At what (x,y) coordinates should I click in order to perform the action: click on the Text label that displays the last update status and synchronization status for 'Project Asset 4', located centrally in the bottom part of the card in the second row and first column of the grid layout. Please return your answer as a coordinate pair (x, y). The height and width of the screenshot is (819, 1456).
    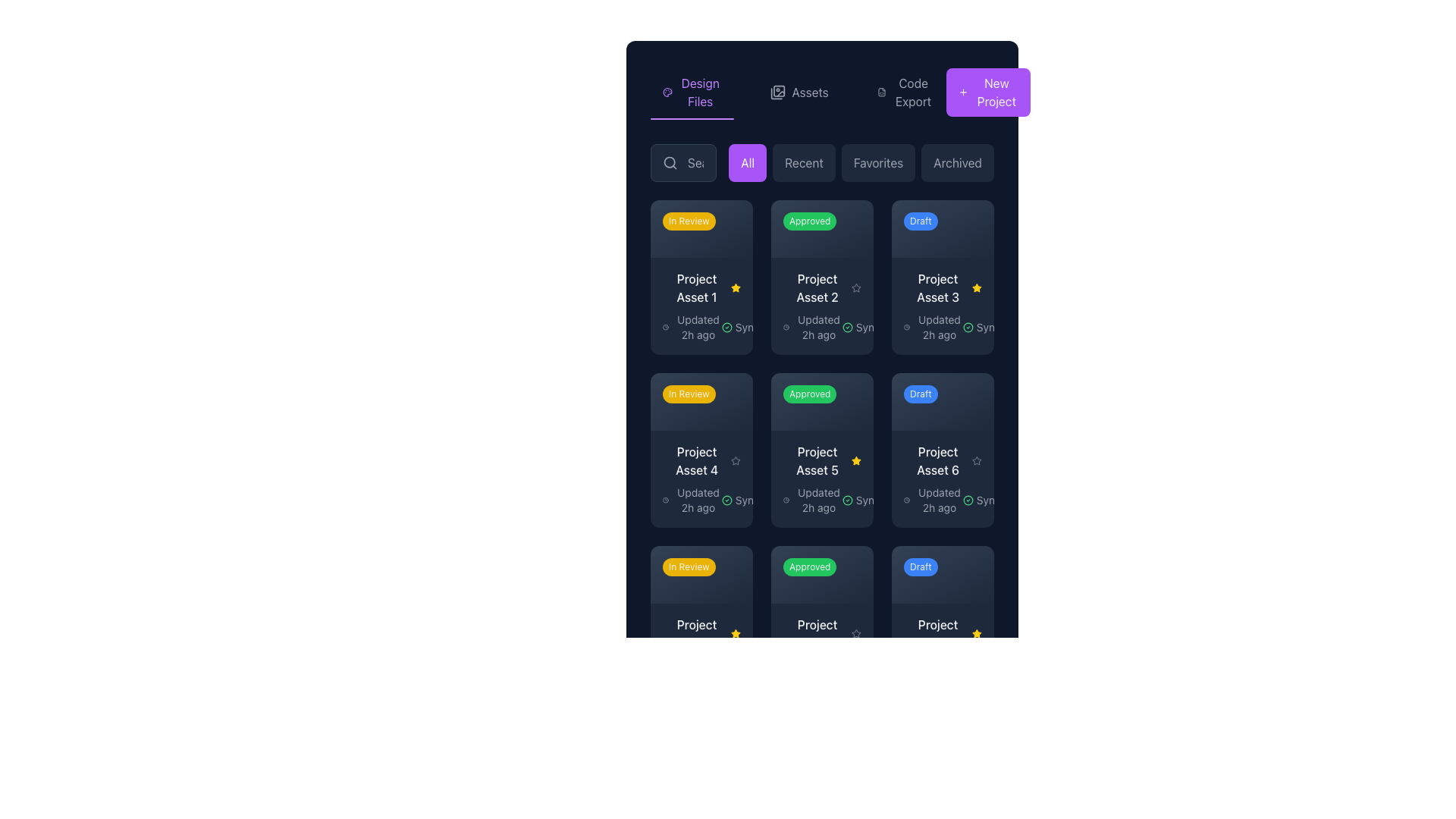
    Looking at the image, I should click on (701, 500).